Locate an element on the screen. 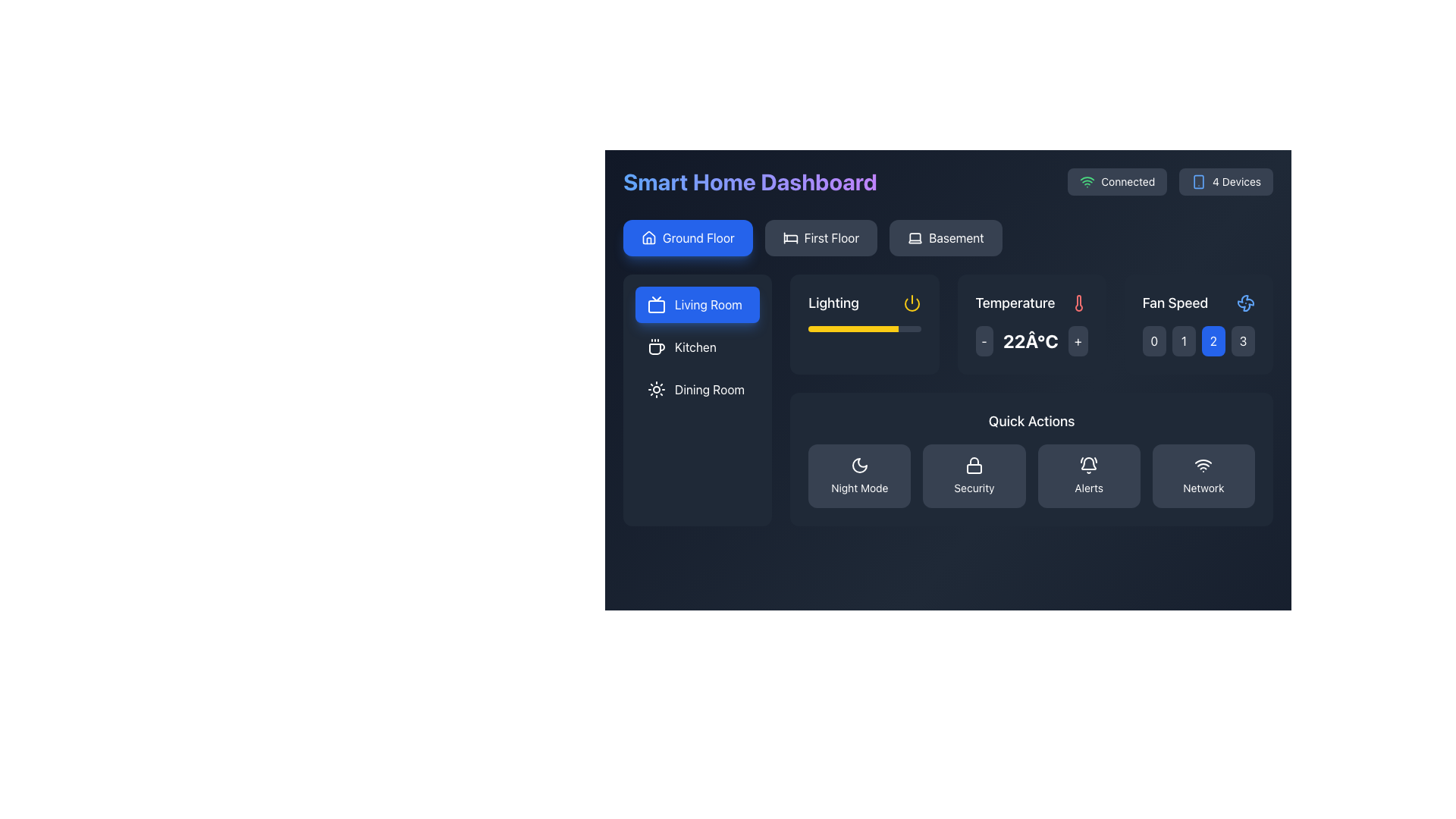  the lock icon in the 'Quick Actions' section of the dashboard, which is located directly above the 'Security' label and is the second icon from the left is located at coordinates (974, 464).